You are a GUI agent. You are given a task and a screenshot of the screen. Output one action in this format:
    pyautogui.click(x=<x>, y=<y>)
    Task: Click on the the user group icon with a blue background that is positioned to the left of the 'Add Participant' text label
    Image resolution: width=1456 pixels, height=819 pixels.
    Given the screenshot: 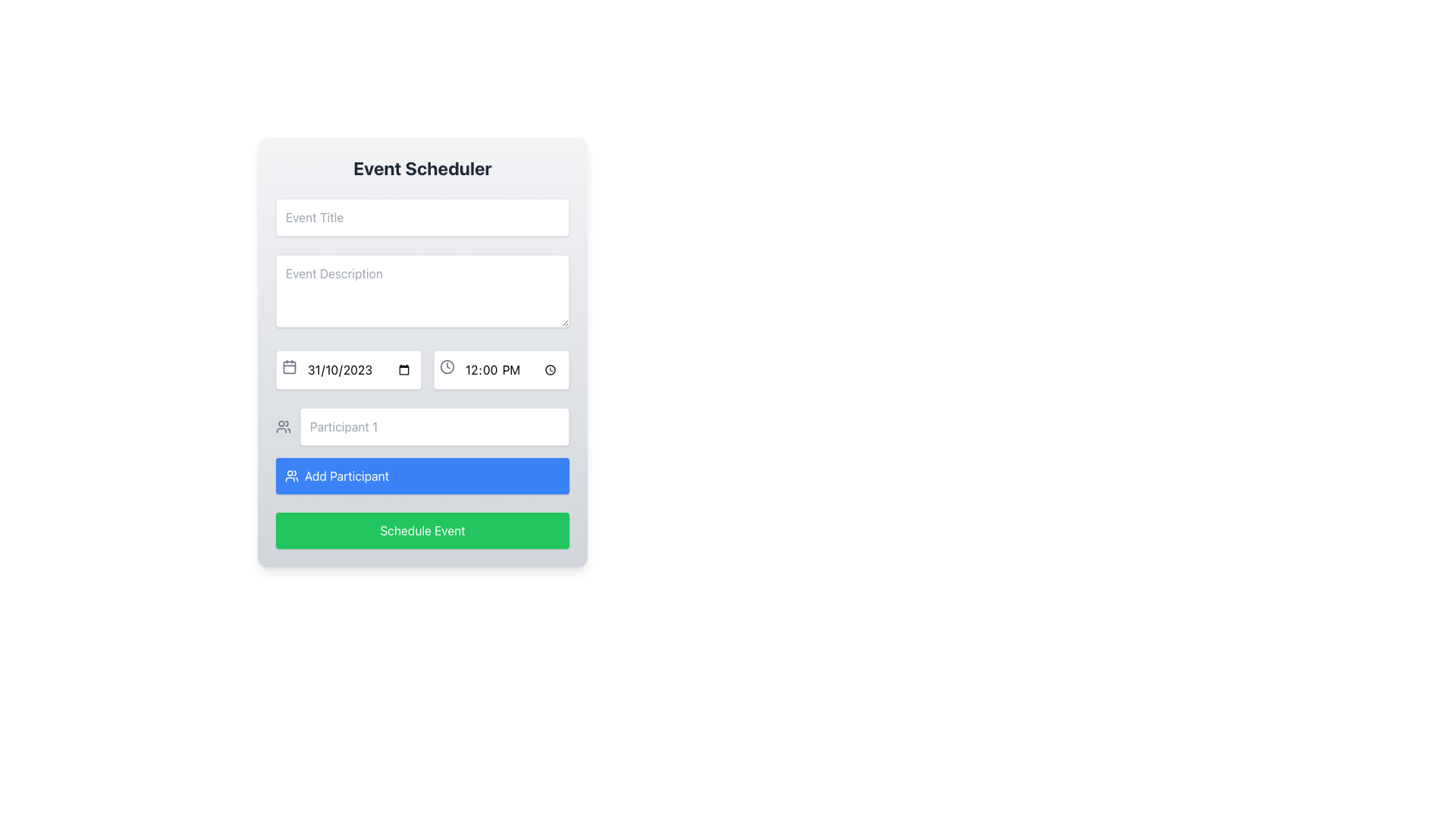 What is the action you would take?
    pyautogui.click(x=291, y=475)
    